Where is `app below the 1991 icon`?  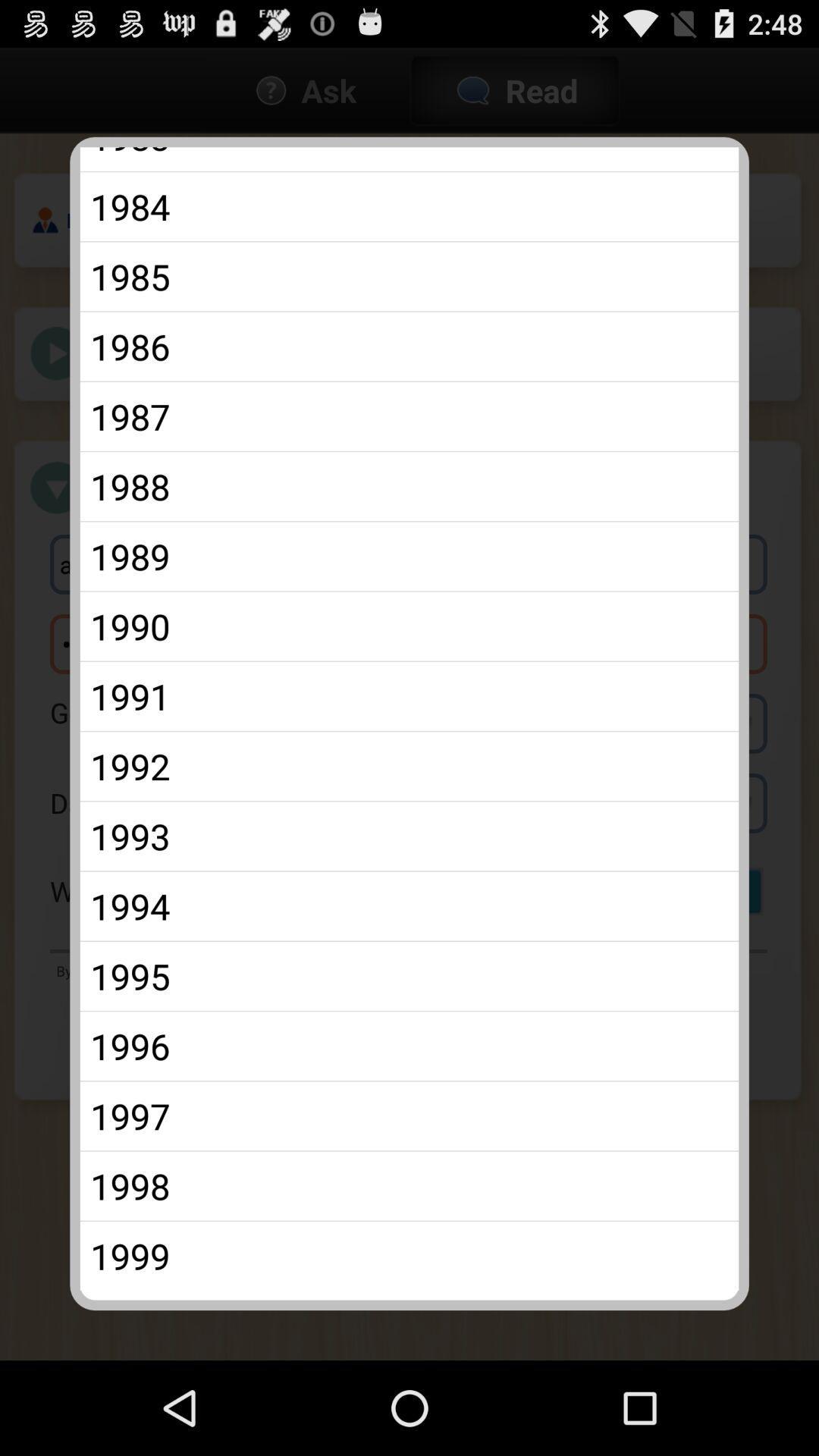
app below the 1991 icon is located at coordinates (409, 766).